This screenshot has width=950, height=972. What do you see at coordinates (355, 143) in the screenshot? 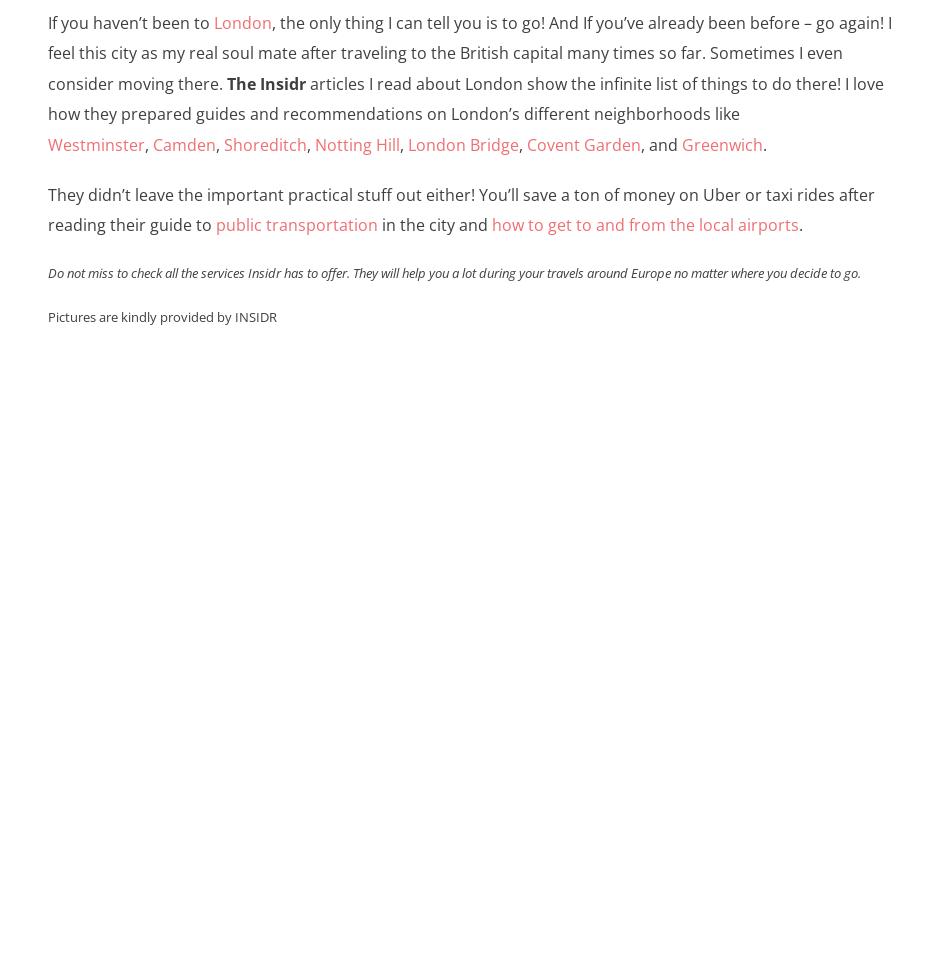
I see `'Notting Hill'` at bounding box center [355, 143].